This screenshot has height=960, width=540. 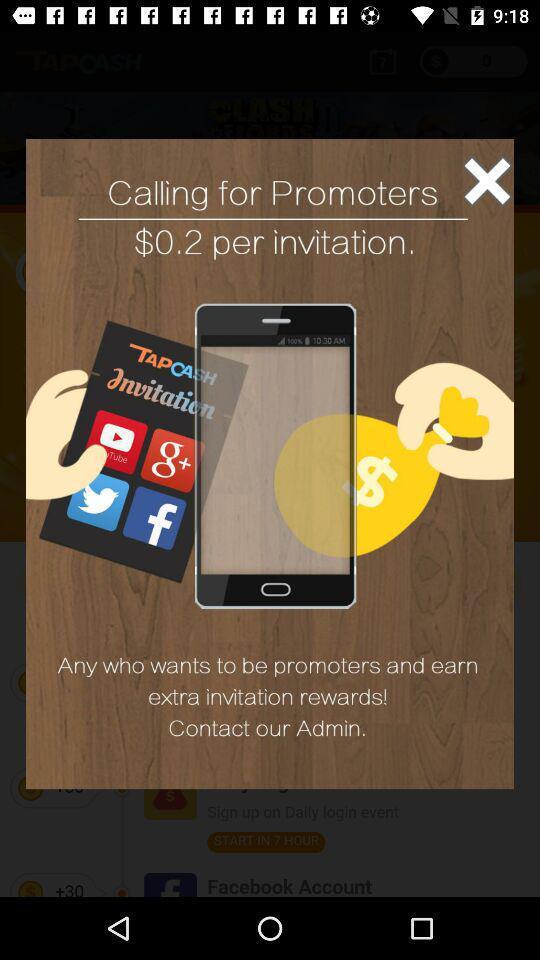 What do you see at coordinates (486, 181) in the screenshot?
I see `page` at bounding box center [486, 181].